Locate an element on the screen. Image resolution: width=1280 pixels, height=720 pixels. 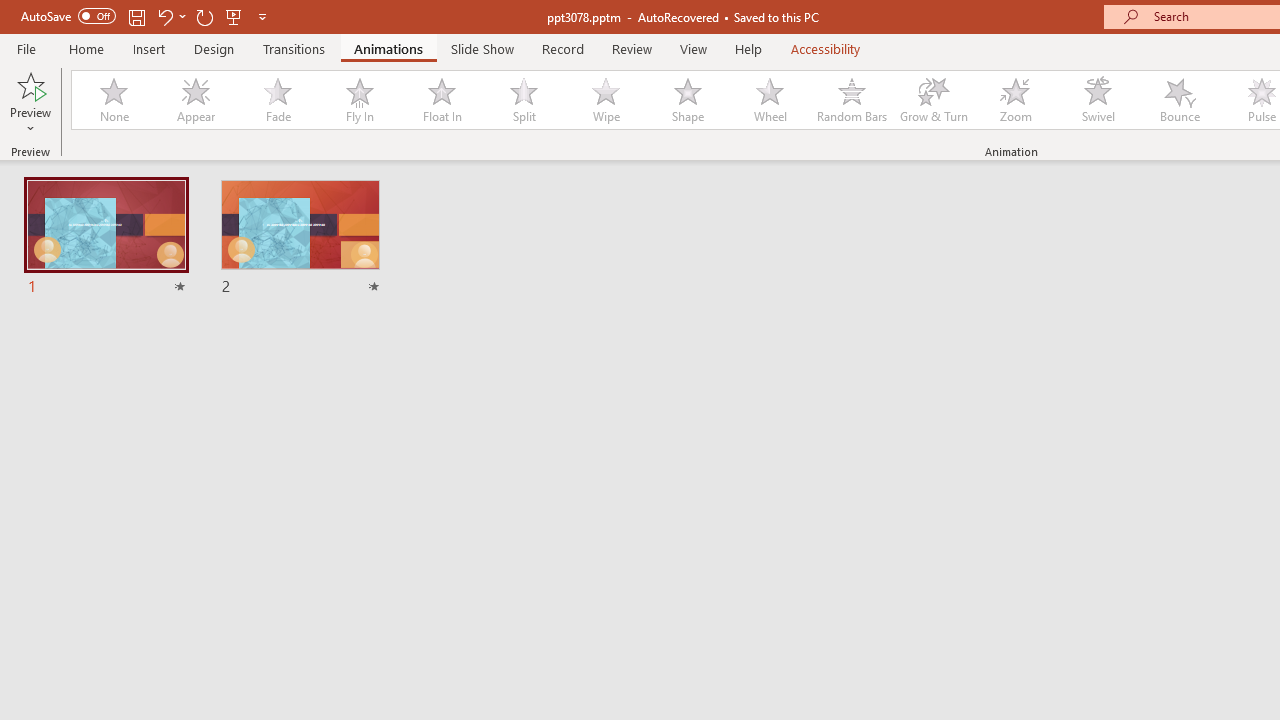
'None' is located at coordinates (112, 100).